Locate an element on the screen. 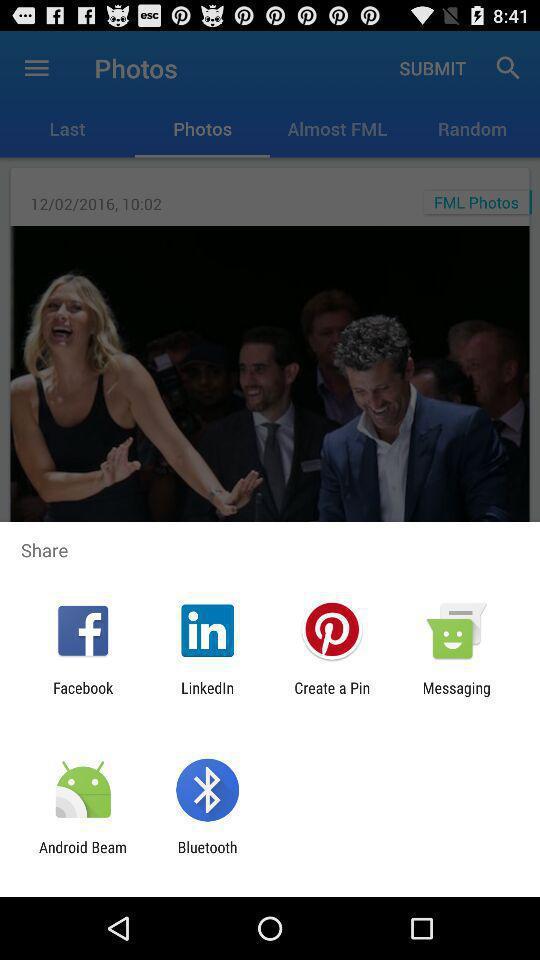 Image resolution: width=540 pixels, height=960 pixels. android beam app is located at coordinates (82, 855).